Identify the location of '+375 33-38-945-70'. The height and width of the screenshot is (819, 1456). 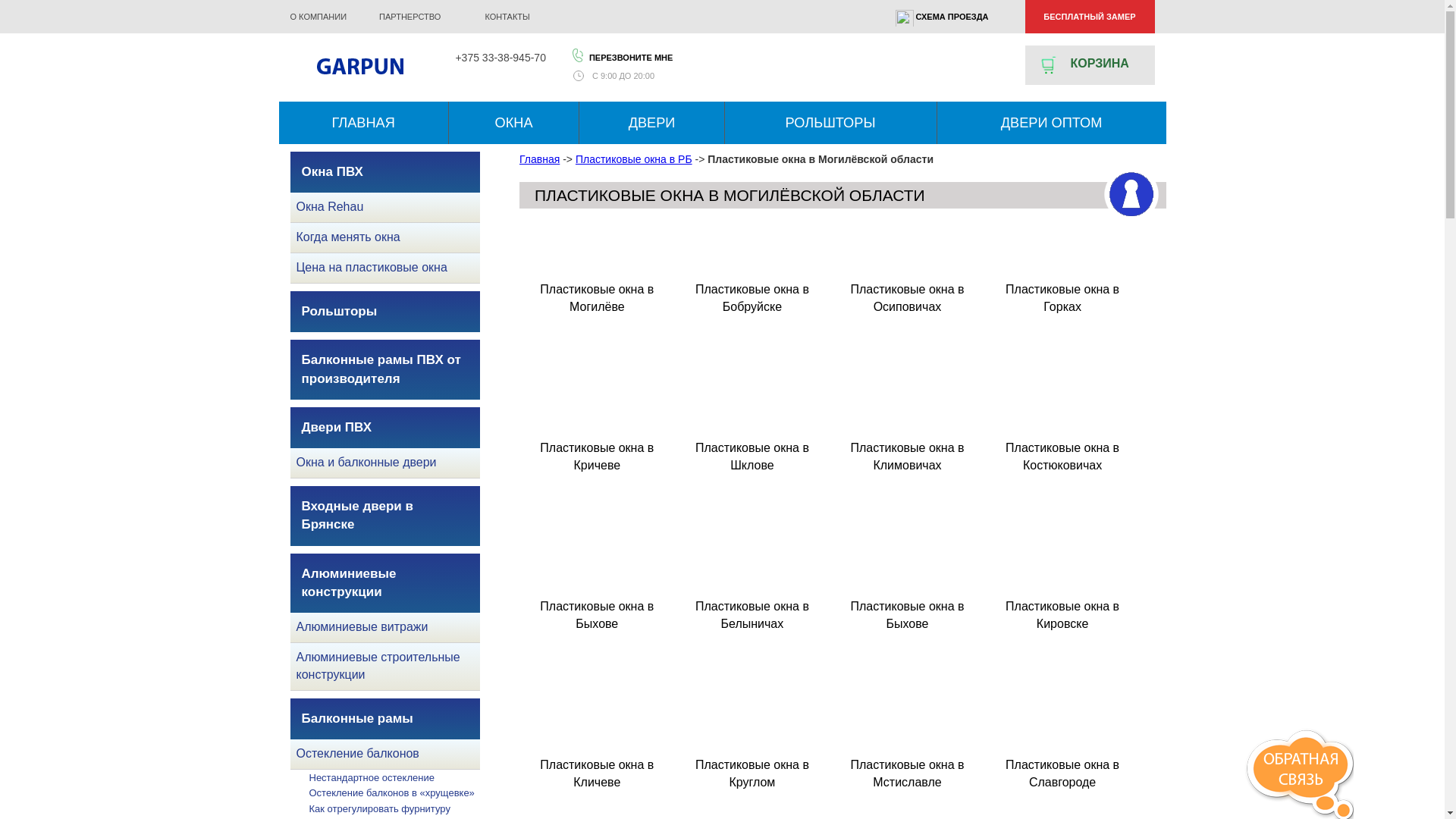
(500, 57).